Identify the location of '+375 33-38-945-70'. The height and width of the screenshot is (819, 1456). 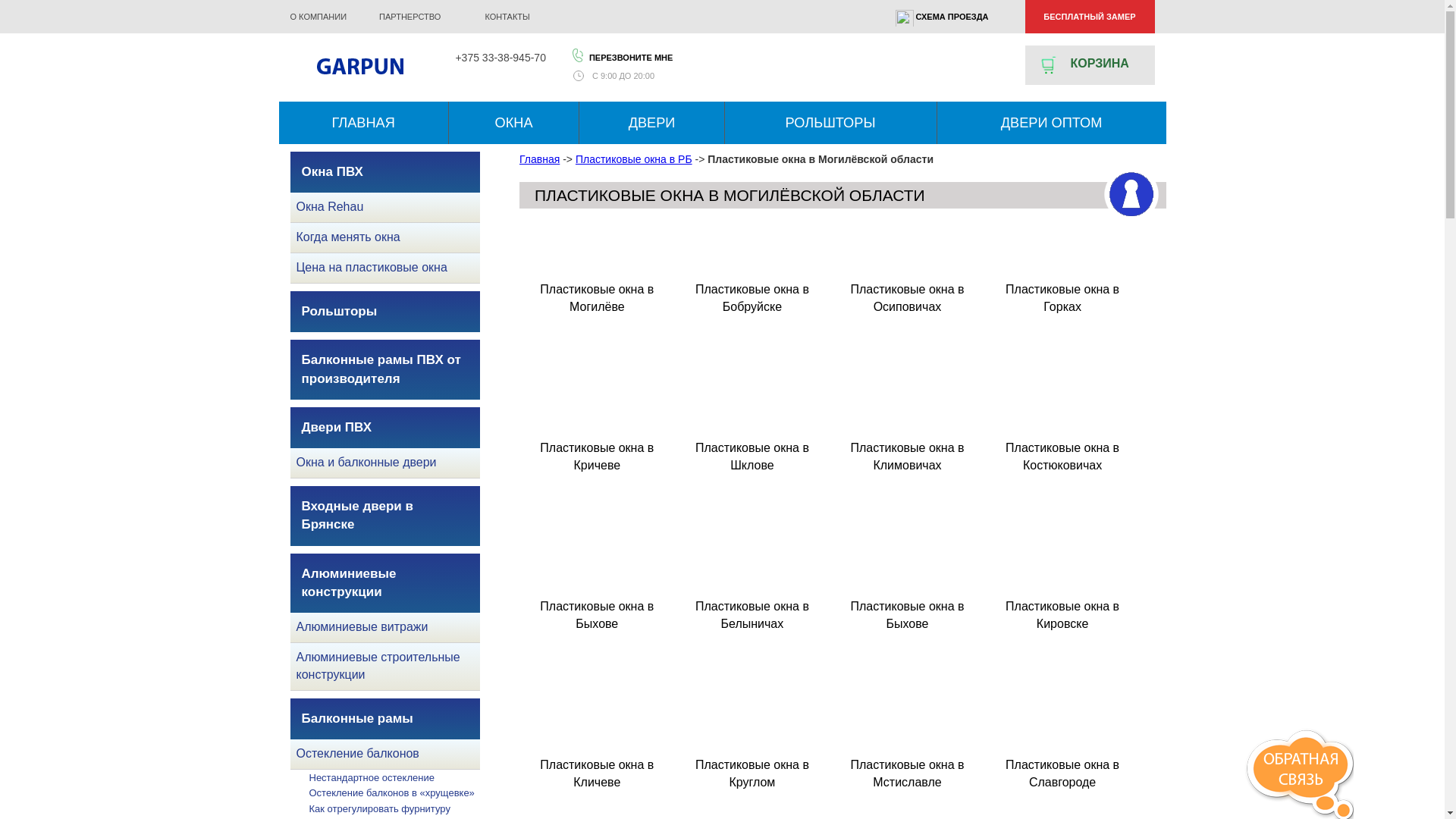
(500, 57).